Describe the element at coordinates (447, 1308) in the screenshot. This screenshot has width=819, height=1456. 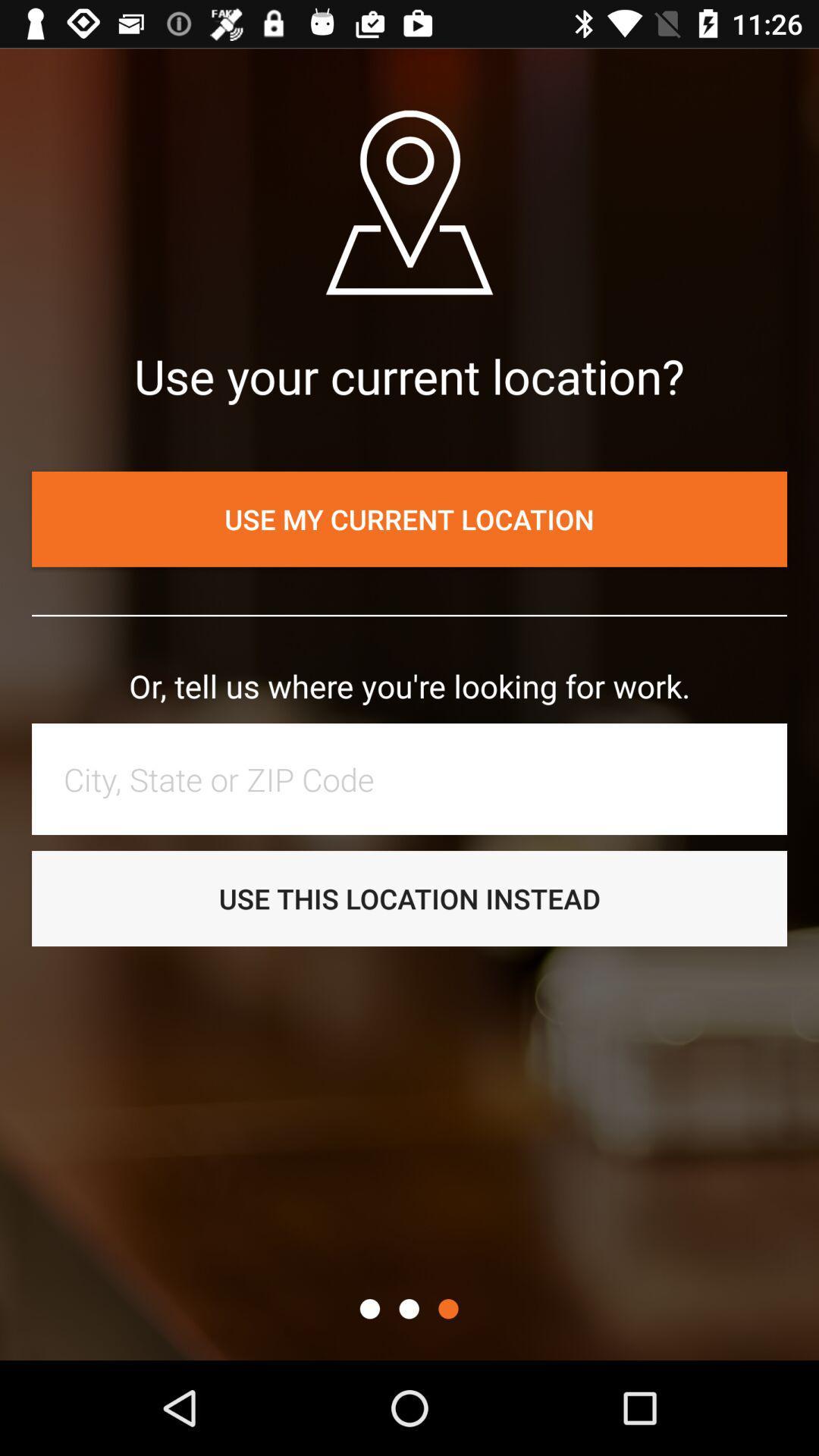
I see `further options` at that location.